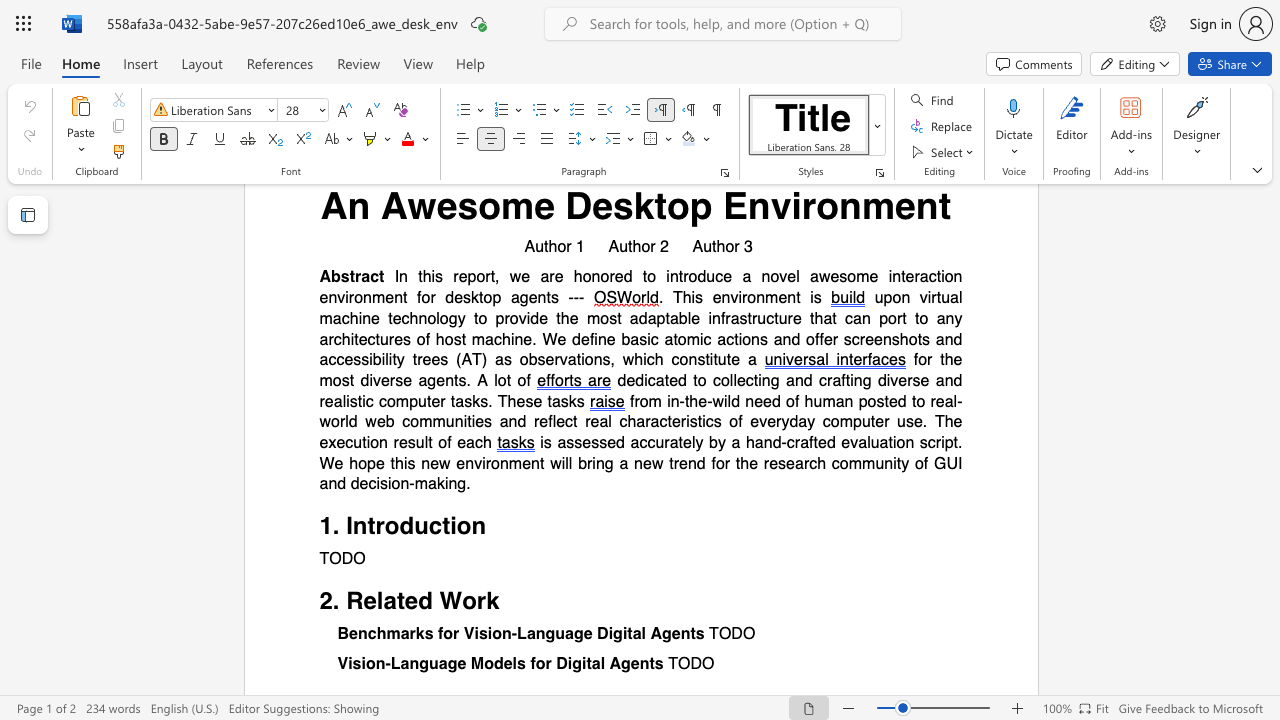 This screenshot has width=1280, height=720. What do you see at coordinates (557, 442) in the screenshot?
I see `the subset text "assessed accurately by a hand-crafted" within the text "is assessed accurately by a hand-crafted evaluation script. We hope this"` at bounding box center [557, 442].